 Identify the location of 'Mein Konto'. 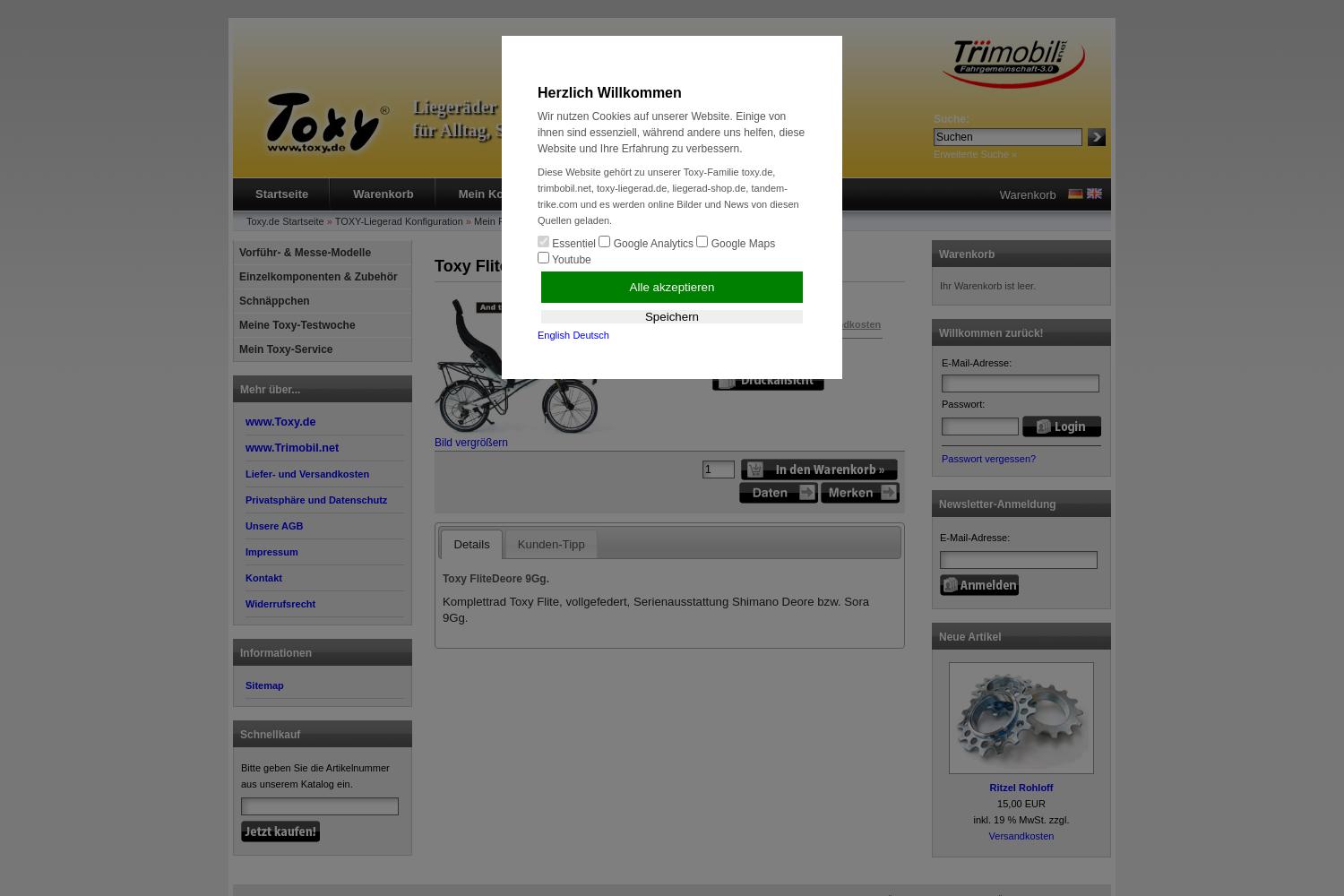
(489, 193).